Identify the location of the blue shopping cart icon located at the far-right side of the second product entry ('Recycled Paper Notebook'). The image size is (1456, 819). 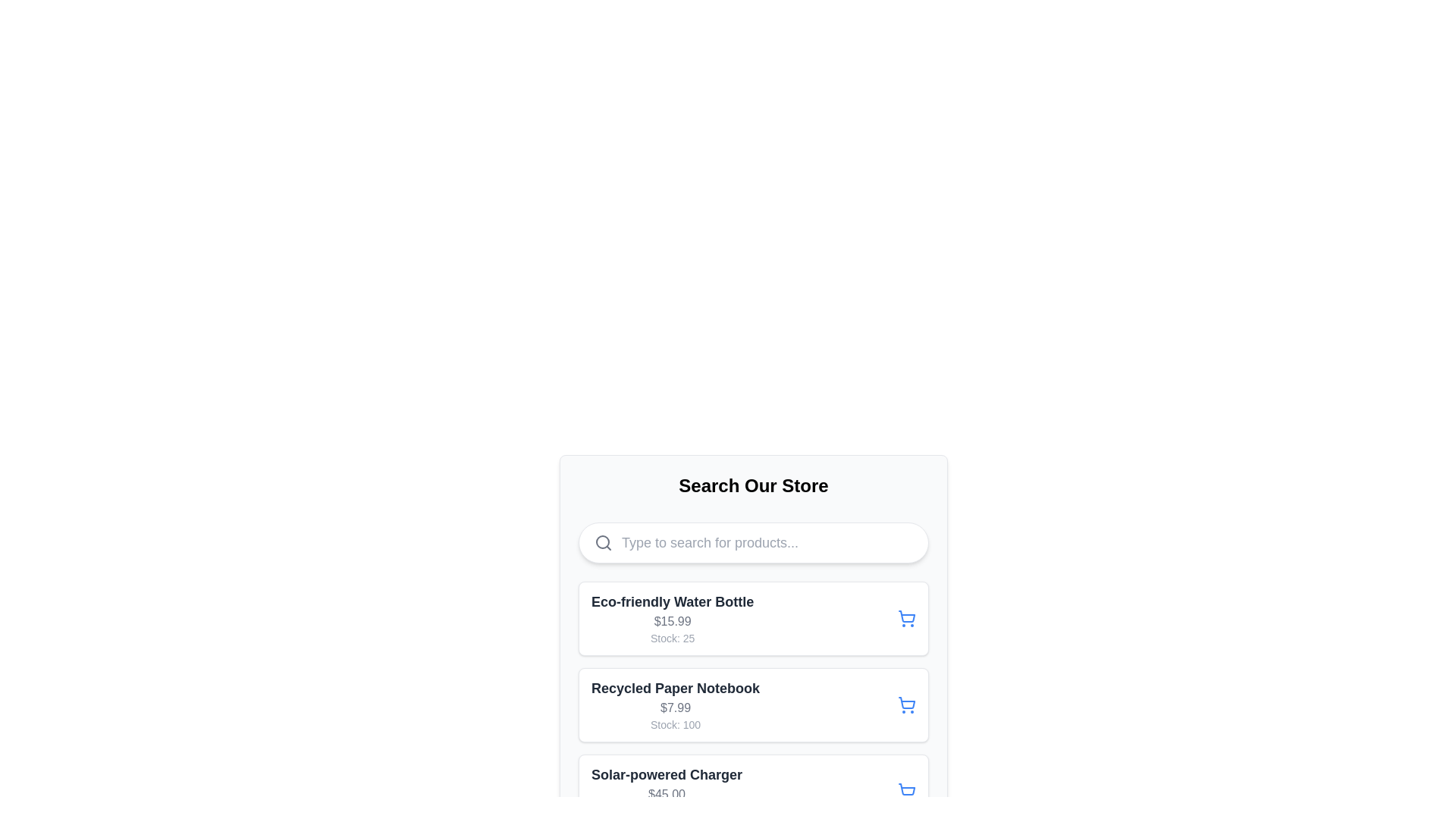
(906, 704).